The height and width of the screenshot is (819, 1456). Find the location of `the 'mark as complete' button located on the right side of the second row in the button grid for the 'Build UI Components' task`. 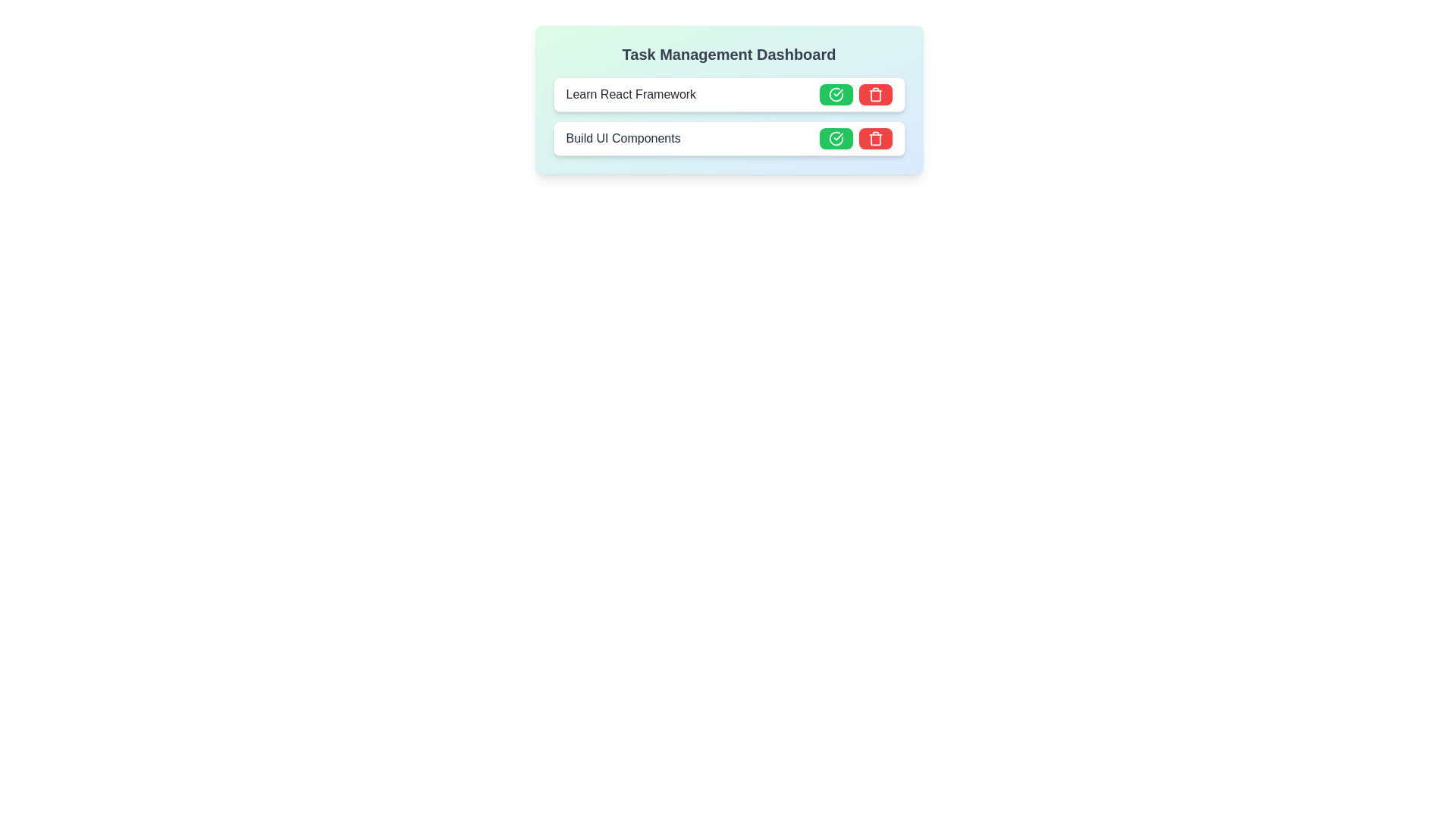

the 'mark as complete' button located on the right side of the second row in the button grid for the 'Build UI Components' task is located at coordinates (835, 138).